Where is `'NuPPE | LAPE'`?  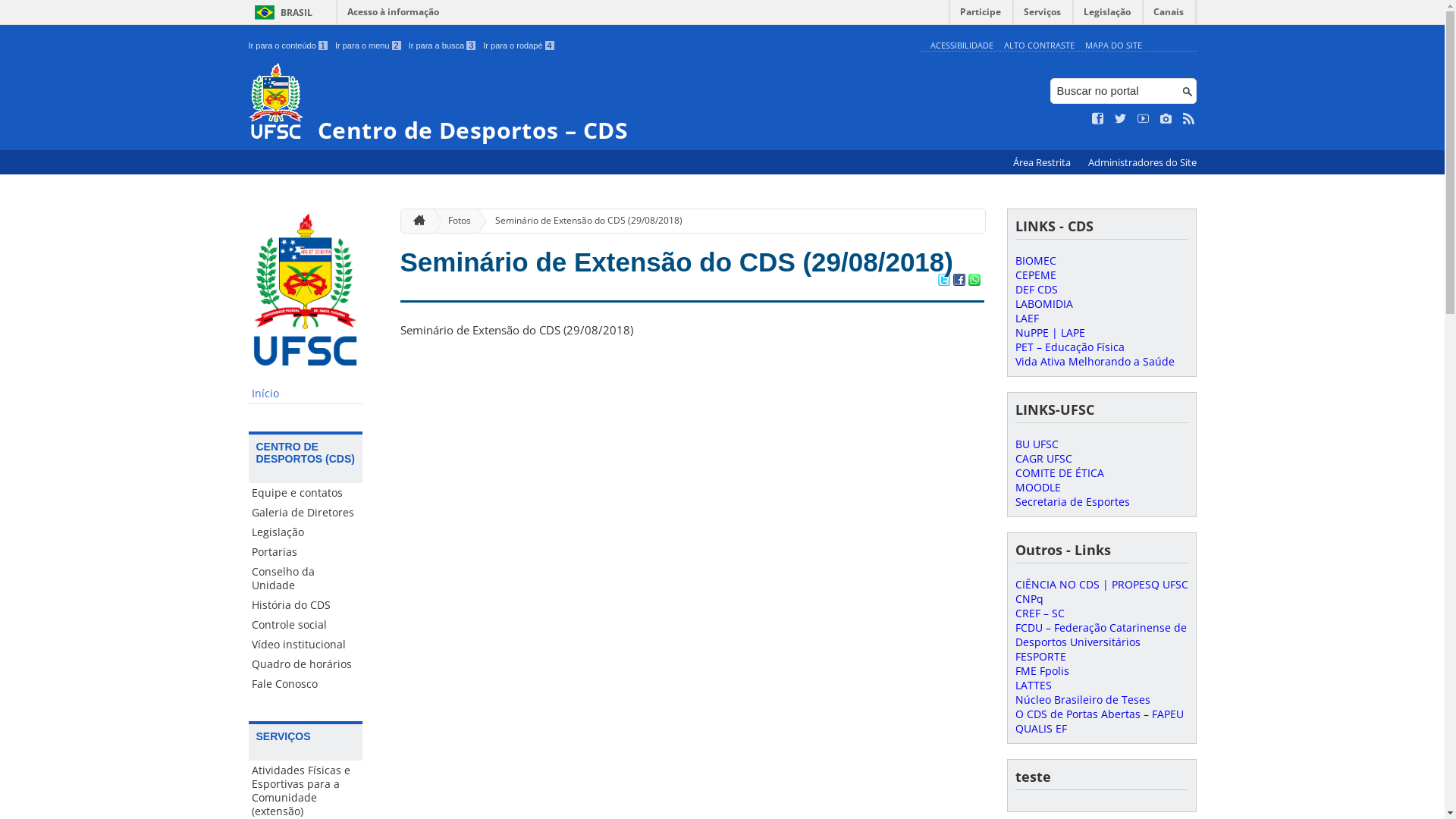 'NuPPE | LAPE' is located at coordinates (1048, 331).